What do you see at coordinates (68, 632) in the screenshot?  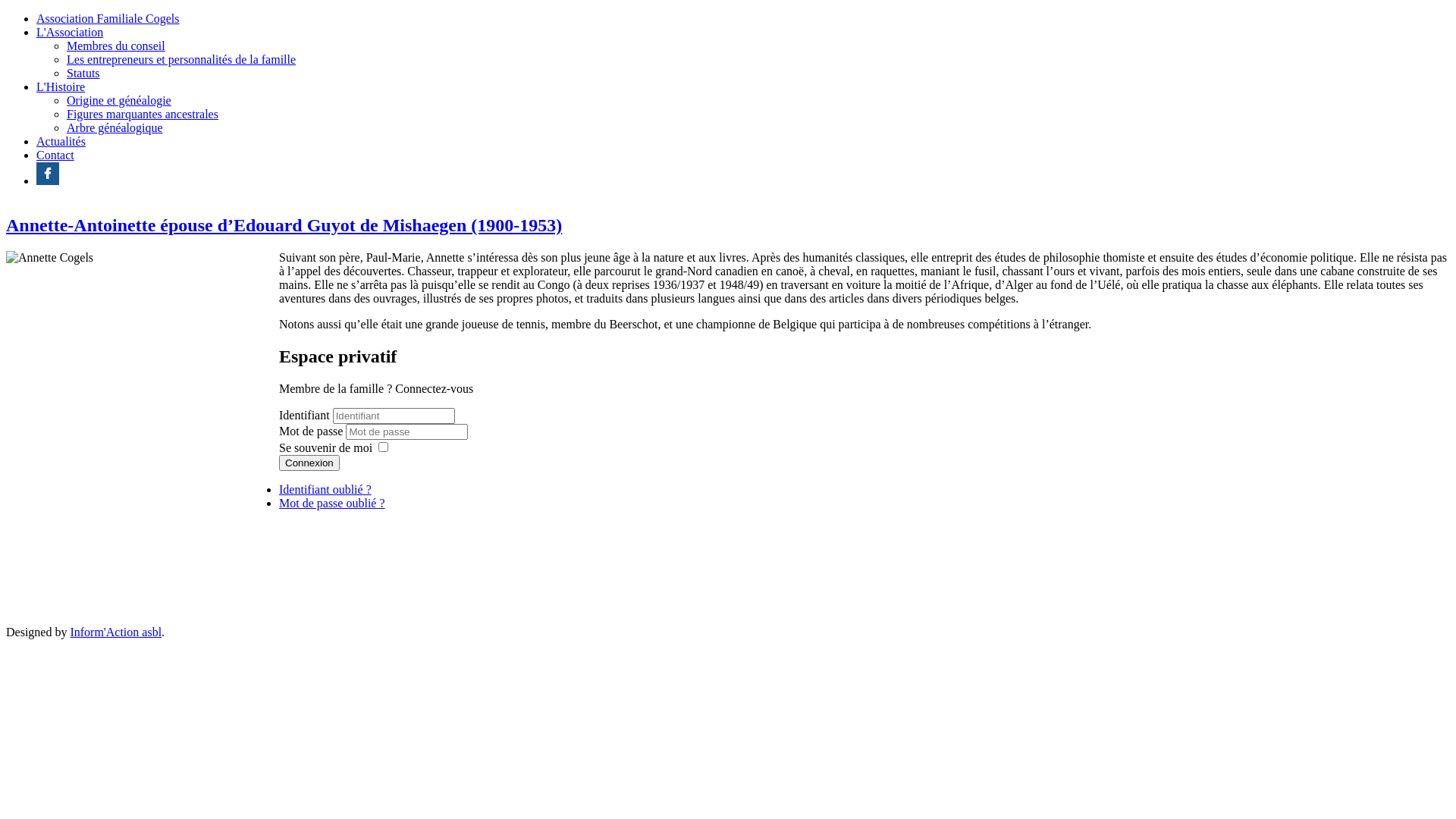 I see `'Inform'Action asbl'` at bounding box center [68, 632].